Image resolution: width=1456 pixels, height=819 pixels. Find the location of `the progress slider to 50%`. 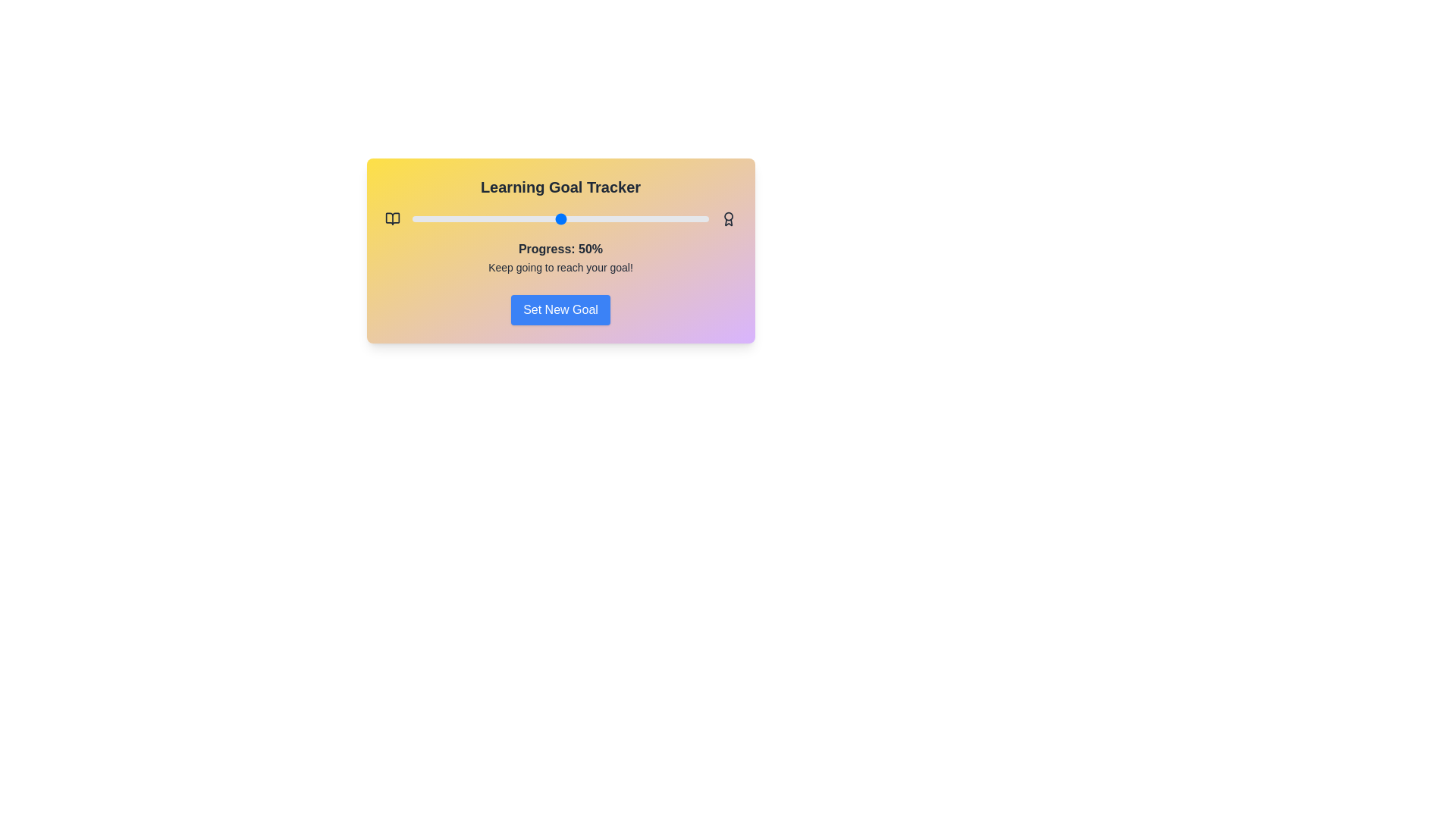

the progress slider to 50% is located at coordinates (560, 219).